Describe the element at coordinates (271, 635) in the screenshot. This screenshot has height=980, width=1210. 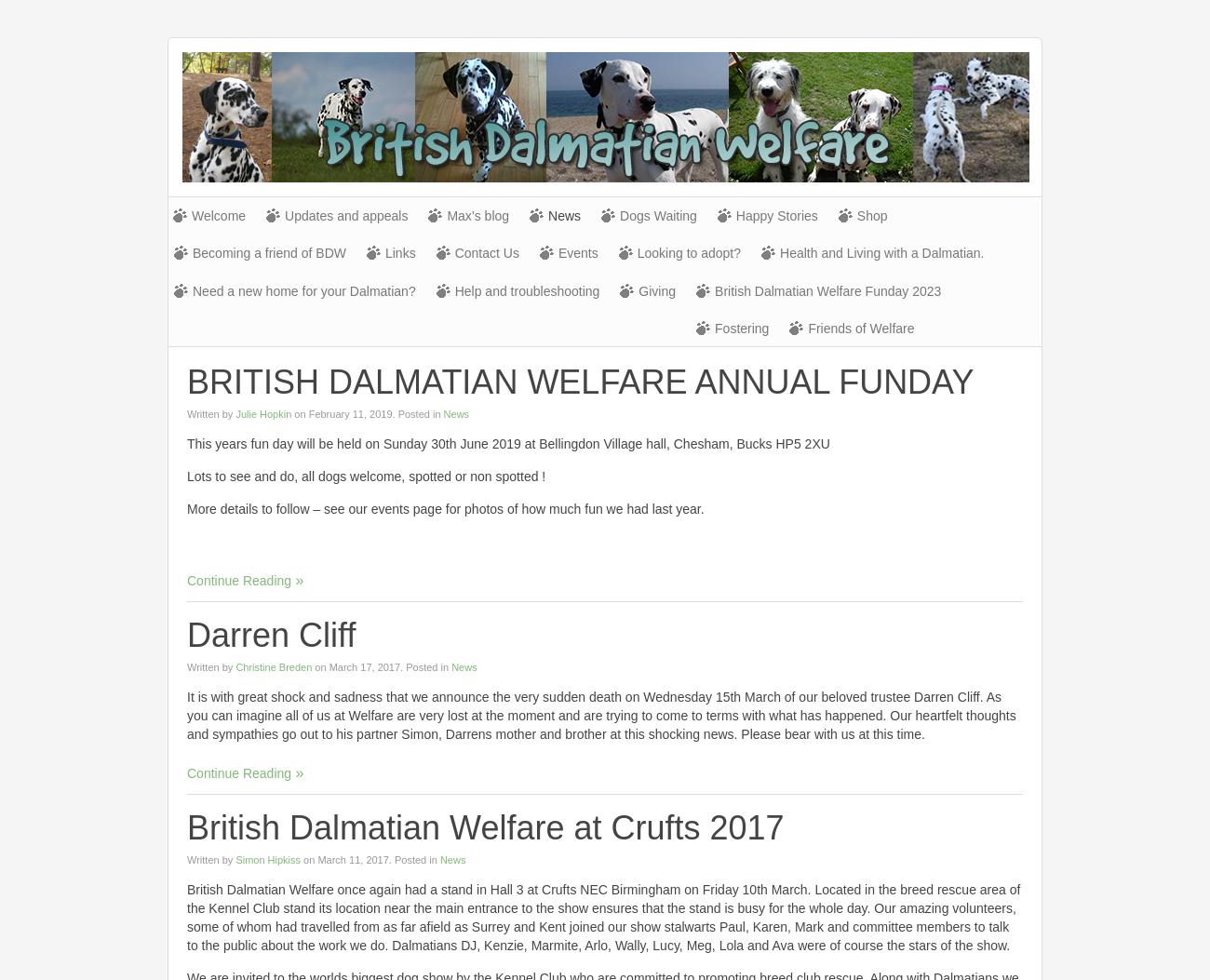
I see `'Darren Cliff'` at that location.